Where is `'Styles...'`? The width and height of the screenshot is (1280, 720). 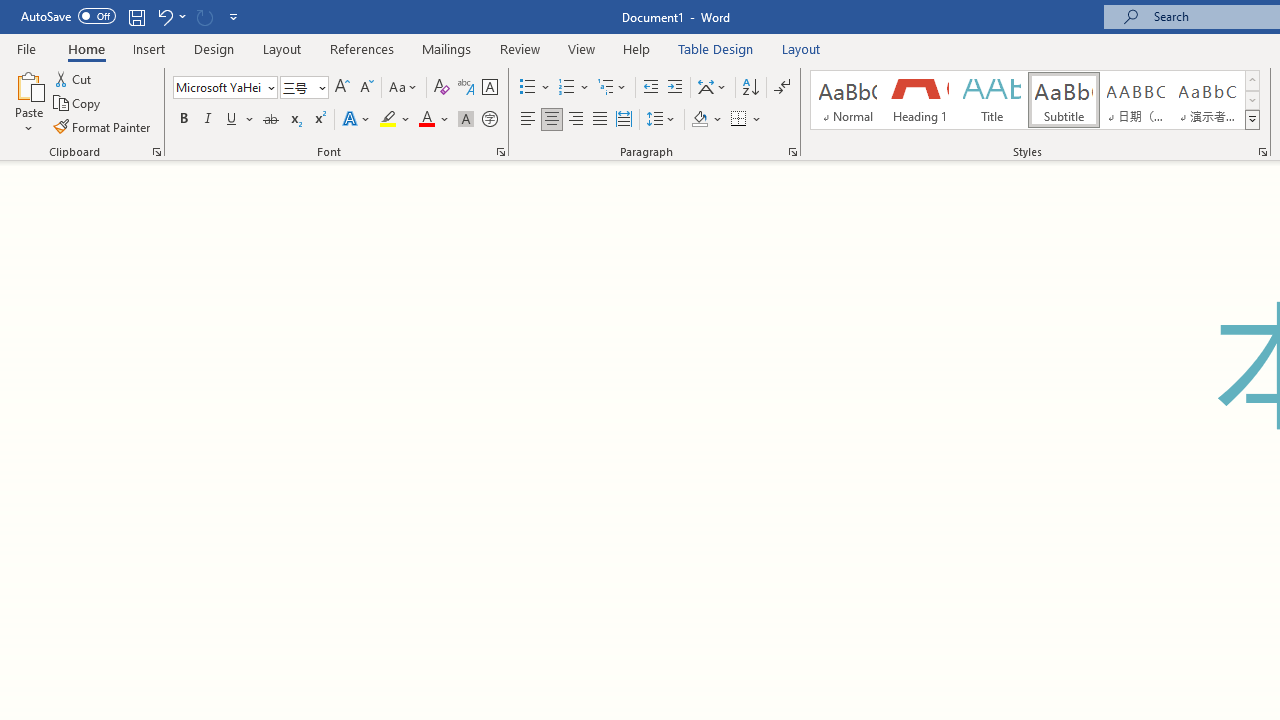
'Styles...' is located at coordinates (1261, 150).